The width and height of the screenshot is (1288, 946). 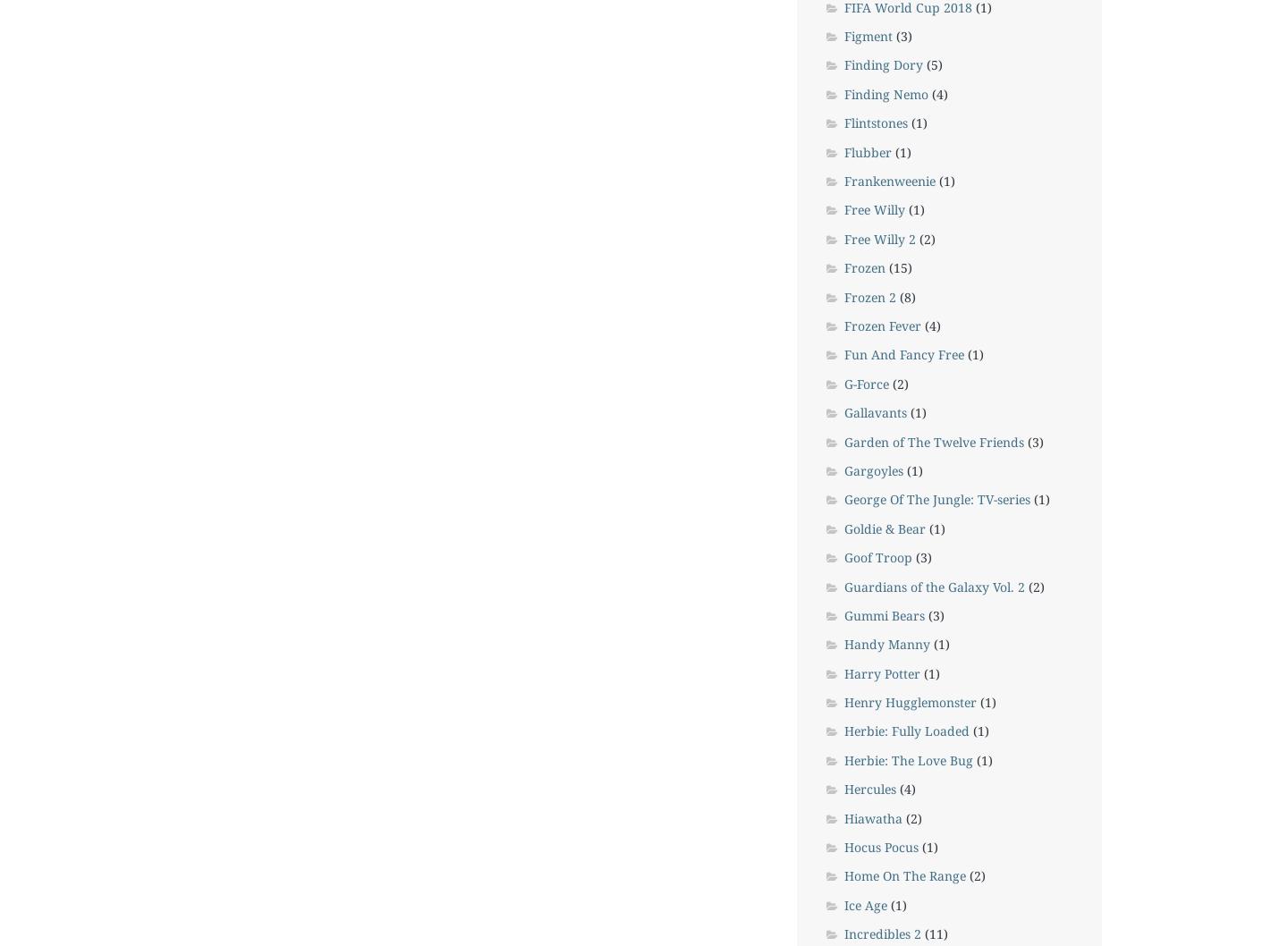 I want to click on 'Harry Potter', so click(x=880, y=672).